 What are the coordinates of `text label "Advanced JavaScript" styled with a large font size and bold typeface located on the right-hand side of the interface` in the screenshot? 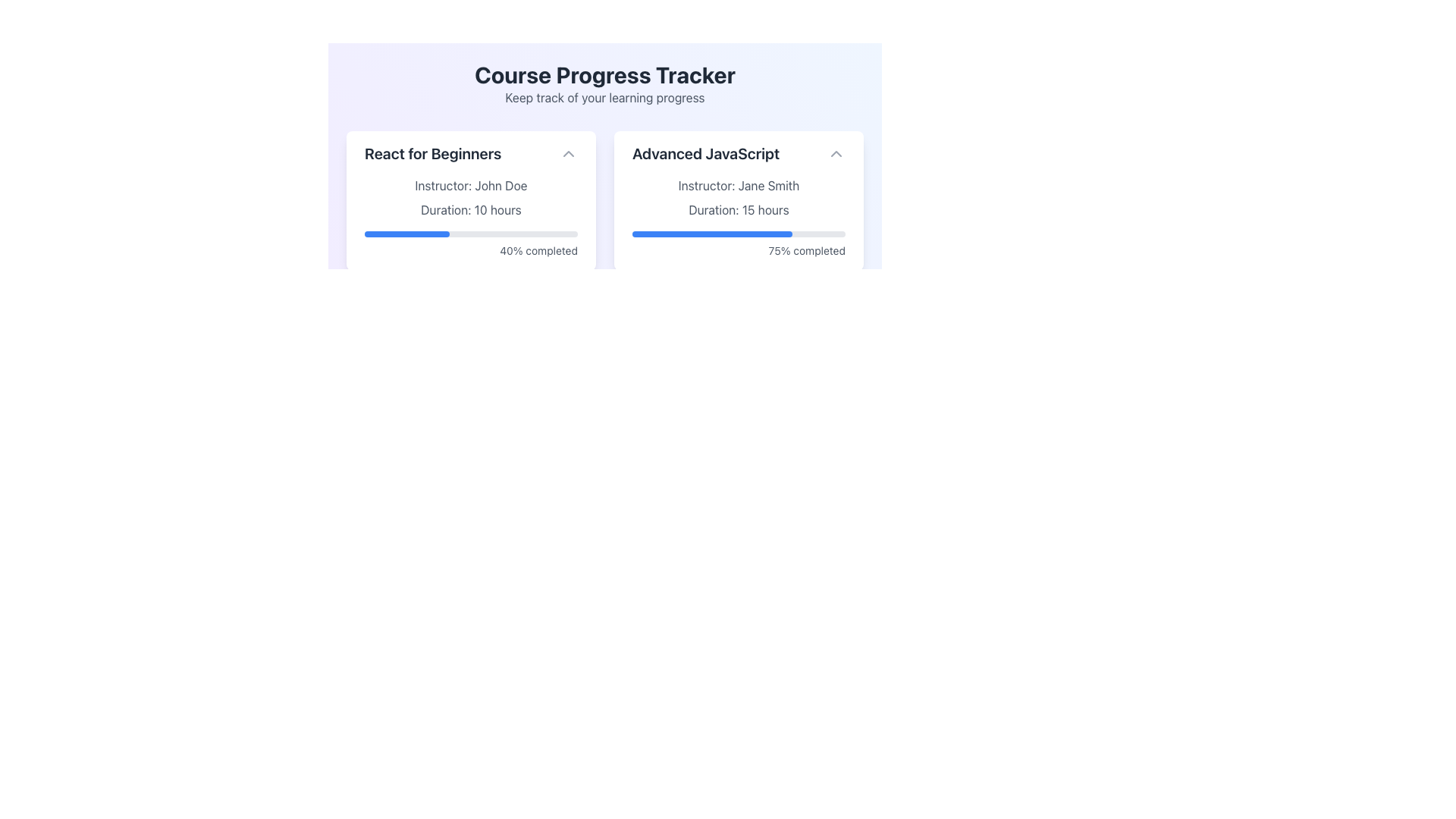 It's located at (705, 154).